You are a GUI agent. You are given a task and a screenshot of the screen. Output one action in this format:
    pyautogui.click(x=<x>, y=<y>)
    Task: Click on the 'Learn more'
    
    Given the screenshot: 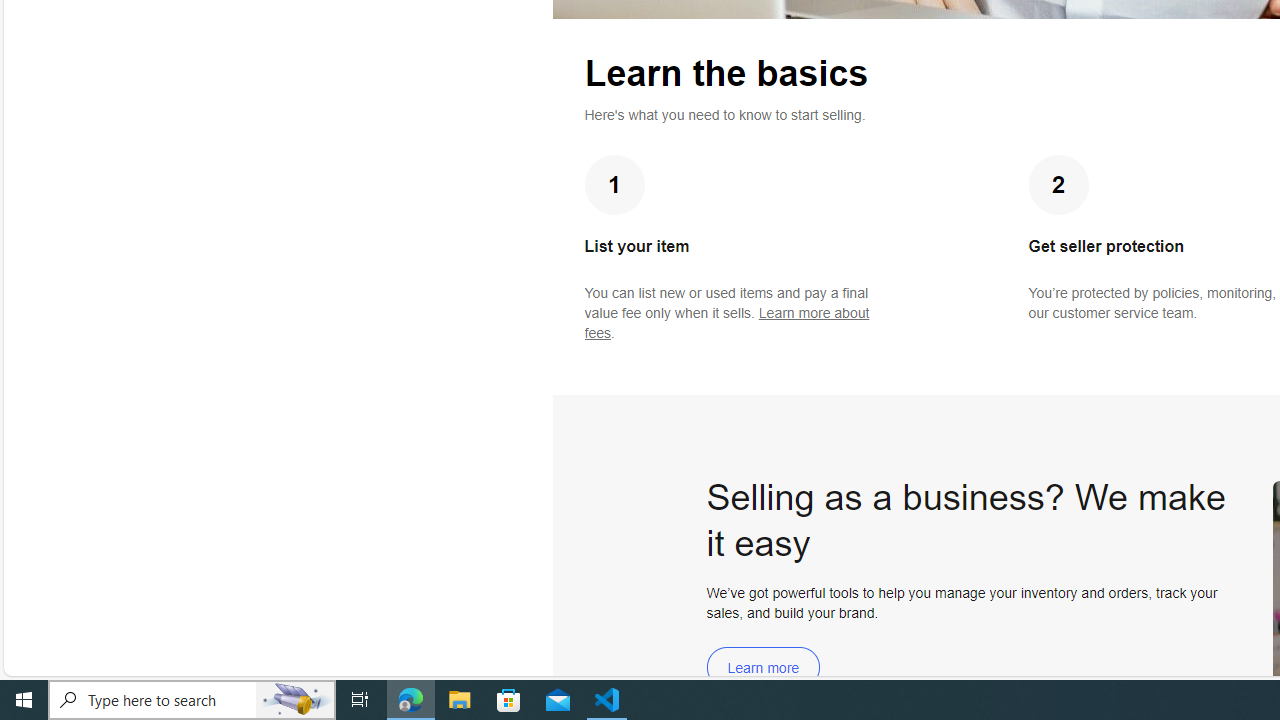 What is the action you would take?
    pyautogui.click(x=762, y=667)
    